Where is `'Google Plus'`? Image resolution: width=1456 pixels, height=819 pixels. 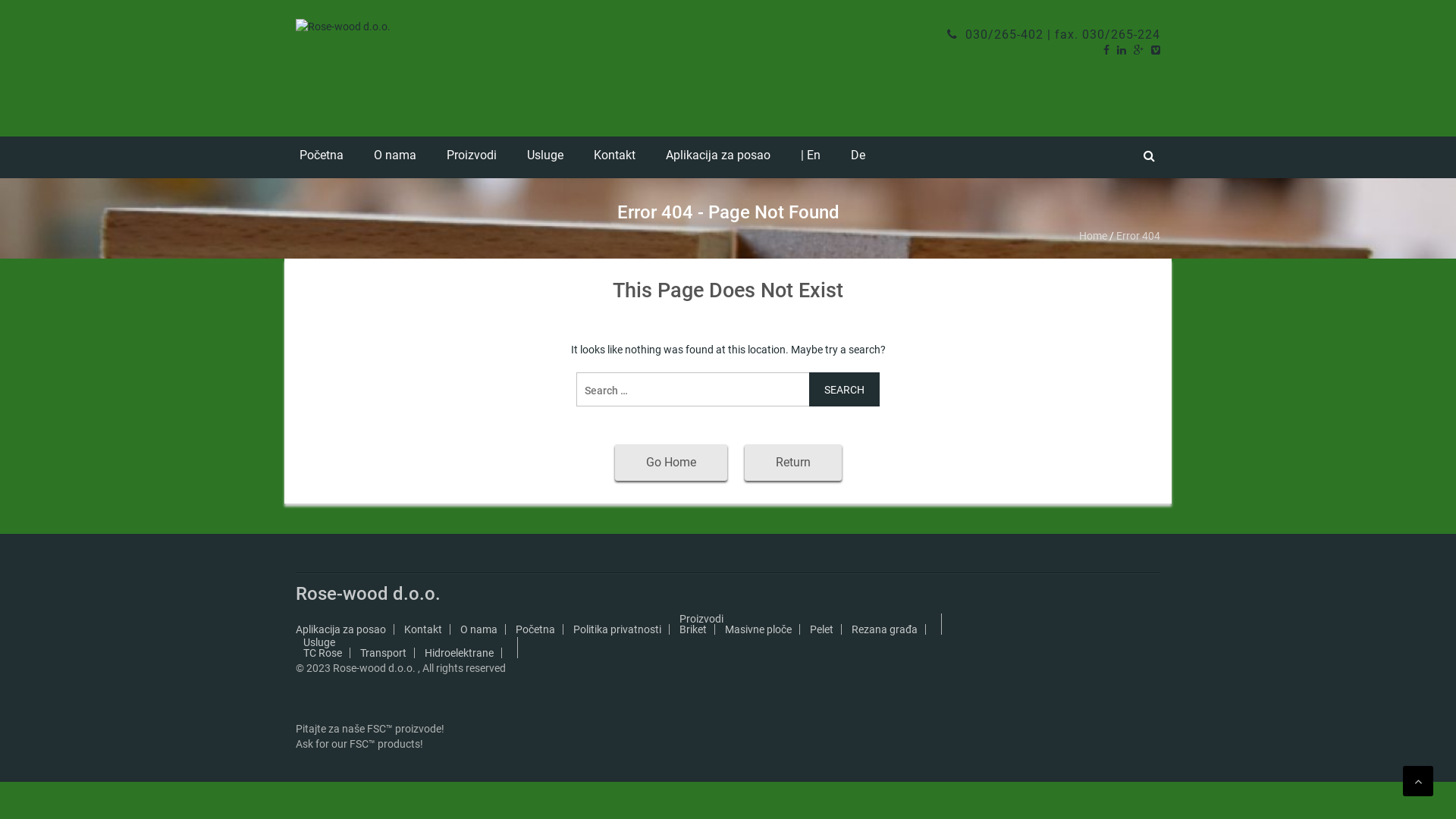 'Google Plus' is located at coordinates (1138, 49).